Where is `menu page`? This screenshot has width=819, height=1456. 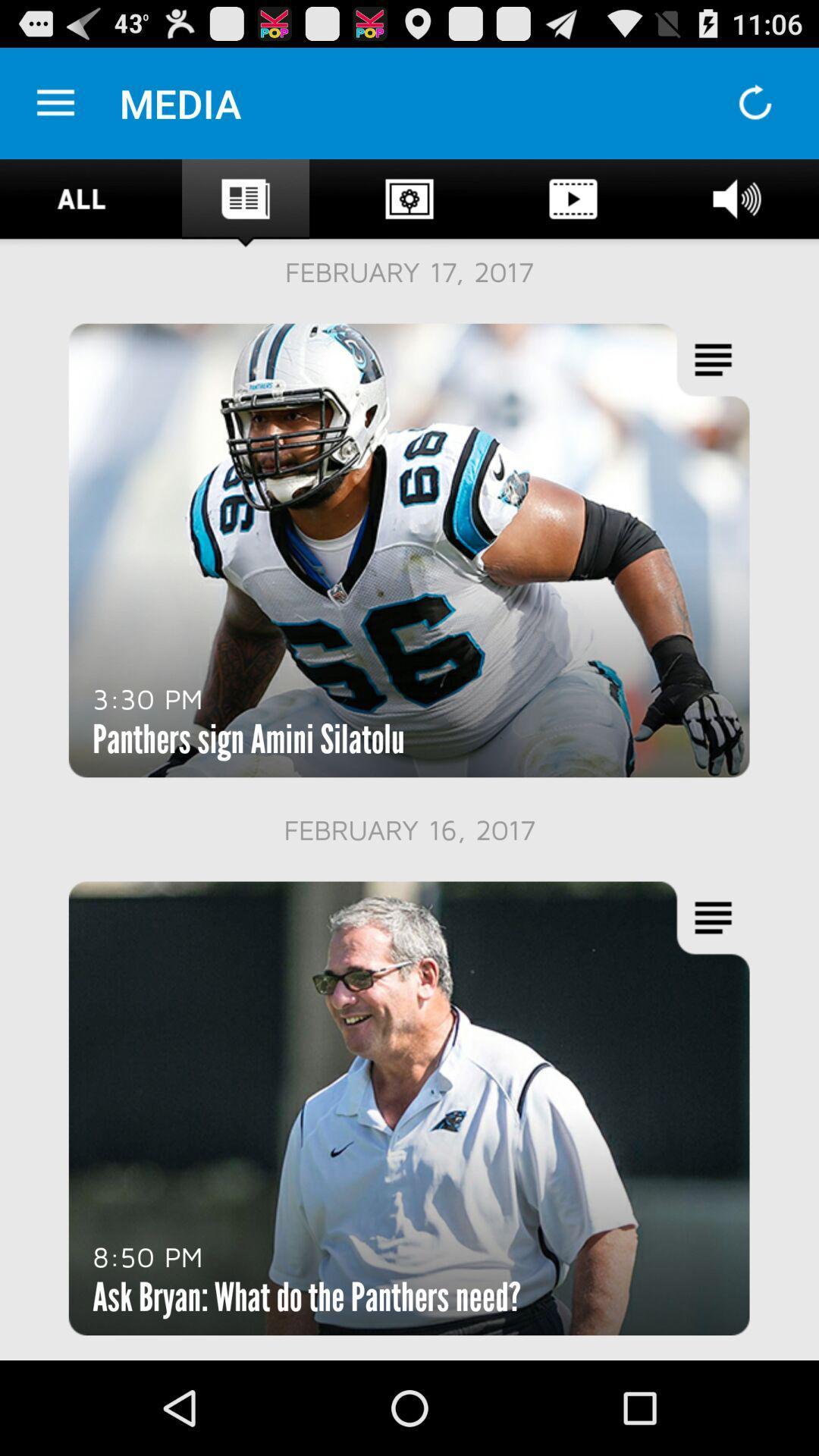 menu page is located at coordinates (55, 102).